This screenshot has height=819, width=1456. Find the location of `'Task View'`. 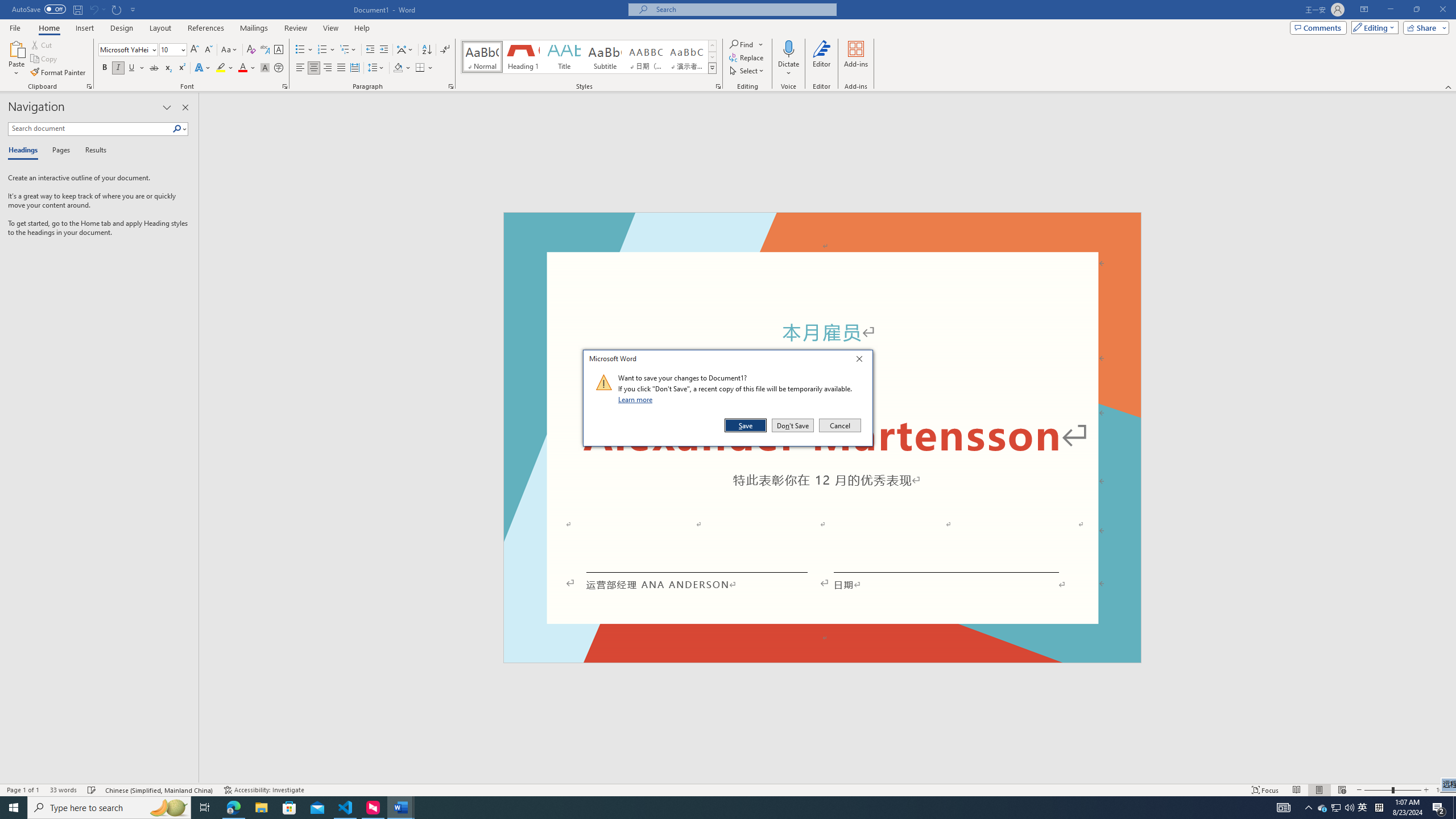

'Task View' is located at coordinates (204, 806).